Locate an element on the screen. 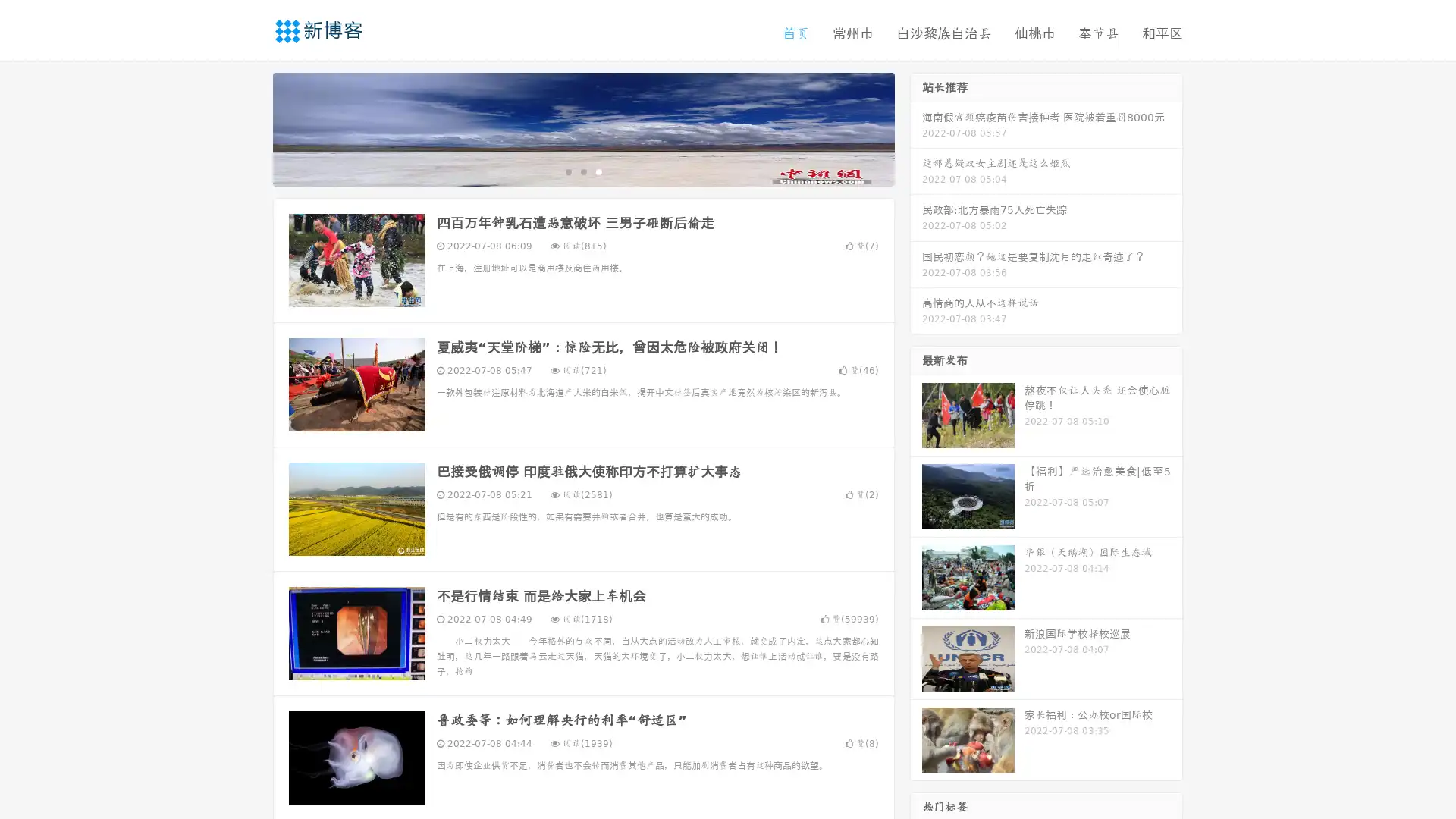  Go to slide 2 is located at coordinates (582, 171).